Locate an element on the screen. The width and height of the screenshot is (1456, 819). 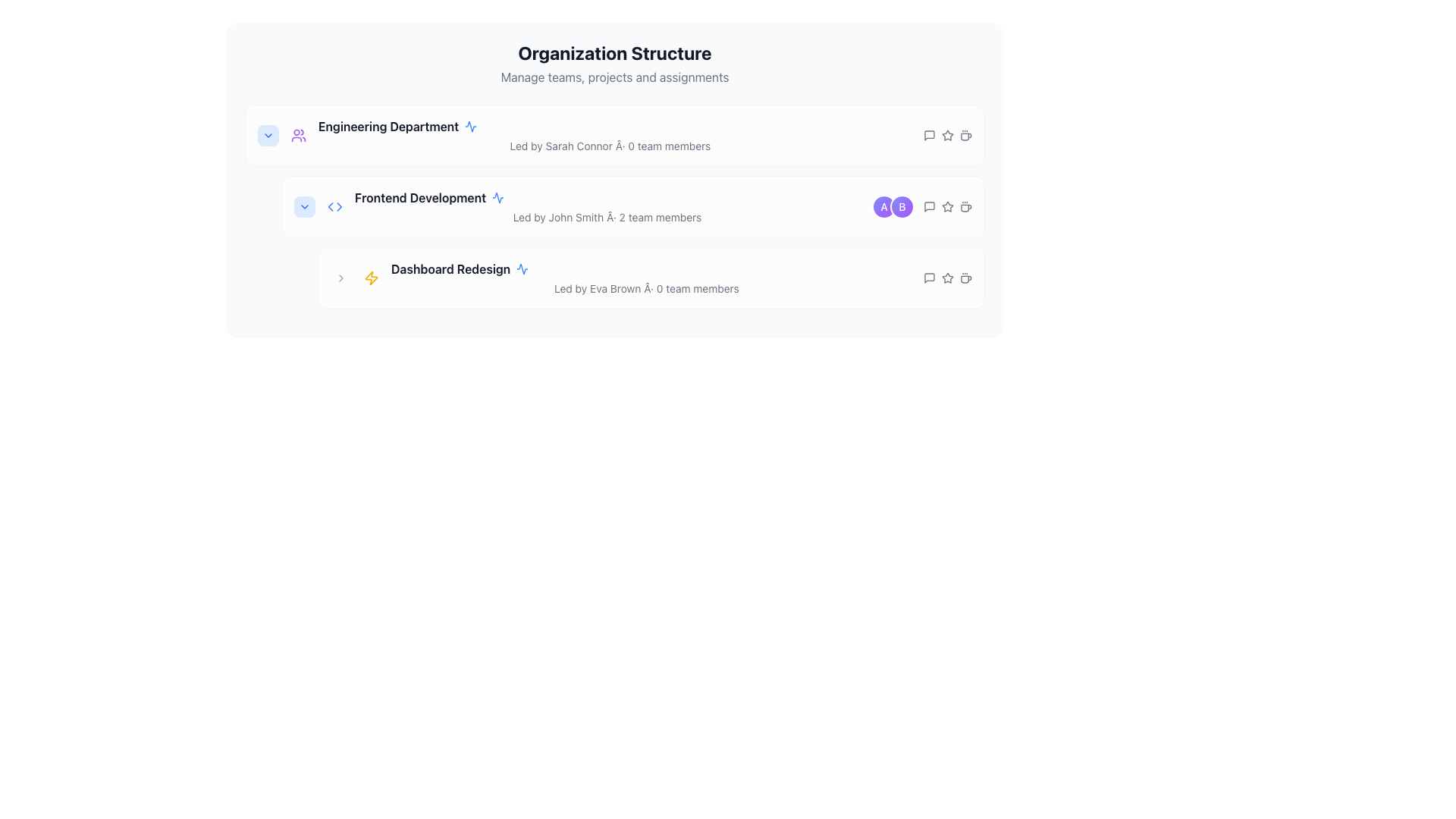
the text display element labeled 'Engineering Department' is located at coordinates (610, 134).